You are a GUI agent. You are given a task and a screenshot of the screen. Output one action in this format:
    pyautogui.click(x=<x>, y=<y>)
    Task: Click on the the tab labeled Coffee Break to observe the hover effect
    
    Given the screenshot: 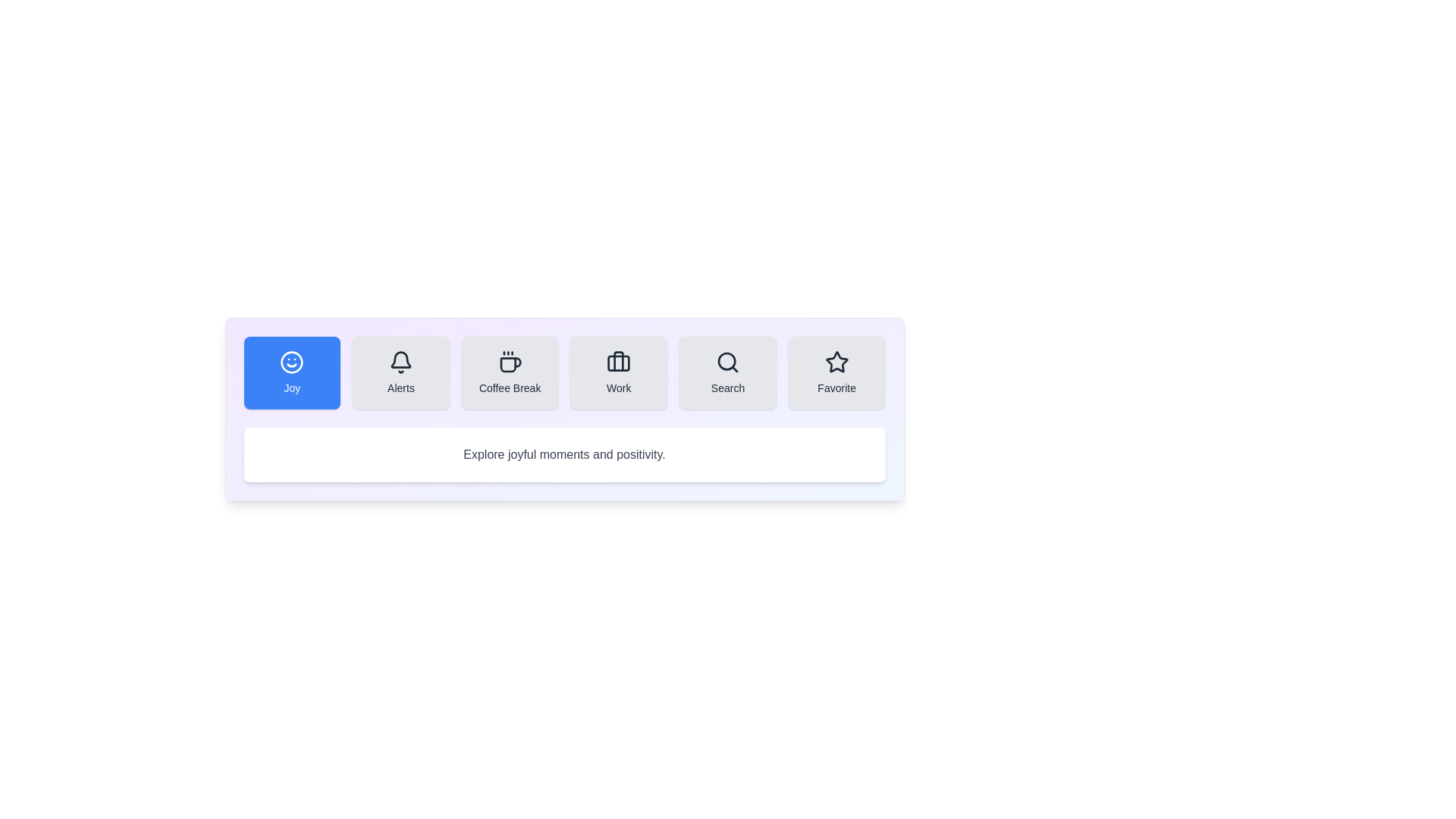 What is the action you would take?
    pyautogui.click(x=510, y=373)
    